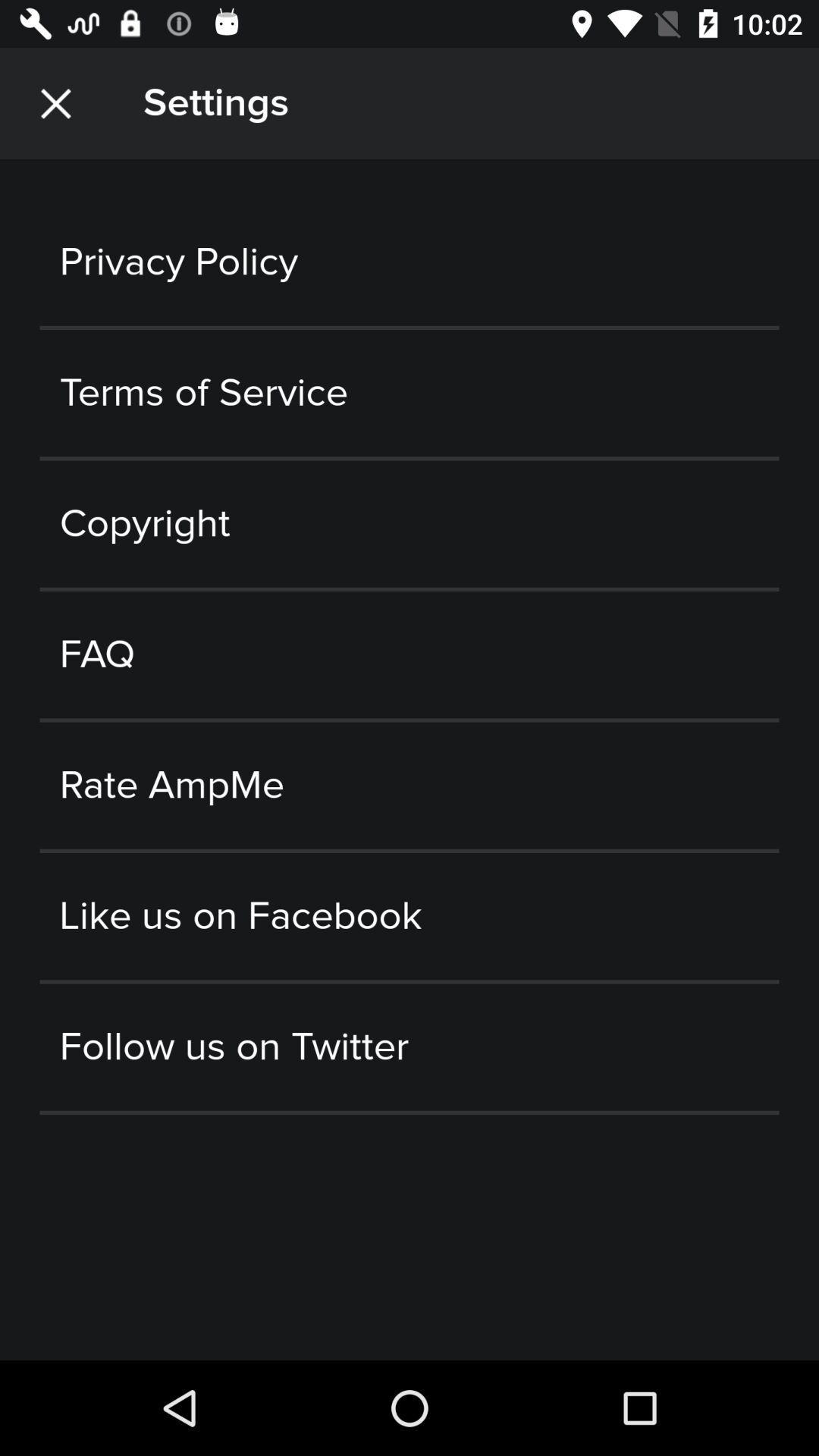 This screenshot has height=1456, width=819. Describe the element at coordinates (409, 262) in the screenshot. I see `privacy policy` at that location.